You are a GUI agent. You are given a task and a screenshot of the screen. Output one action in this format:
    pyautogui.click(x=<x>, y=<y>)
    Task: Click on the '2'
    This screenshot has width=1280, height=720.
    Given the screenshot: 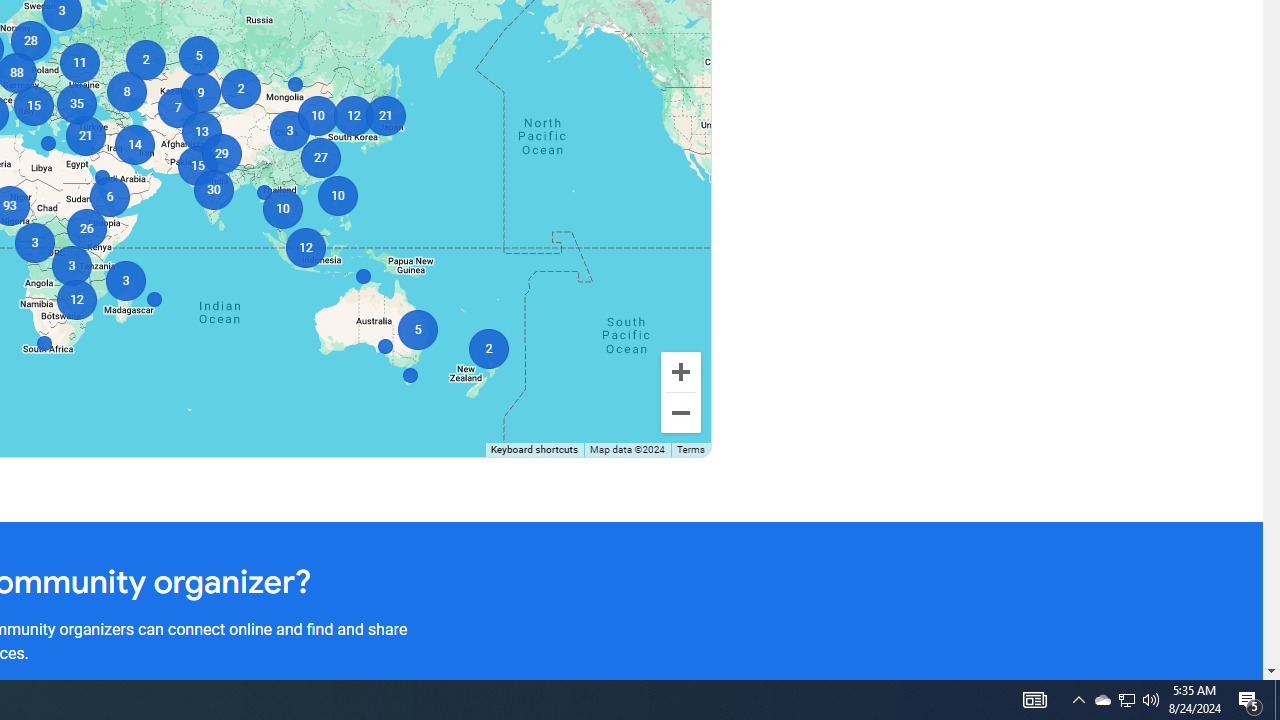 What is the action you would take?
    pyautogui.click(x=488, y=347)
    